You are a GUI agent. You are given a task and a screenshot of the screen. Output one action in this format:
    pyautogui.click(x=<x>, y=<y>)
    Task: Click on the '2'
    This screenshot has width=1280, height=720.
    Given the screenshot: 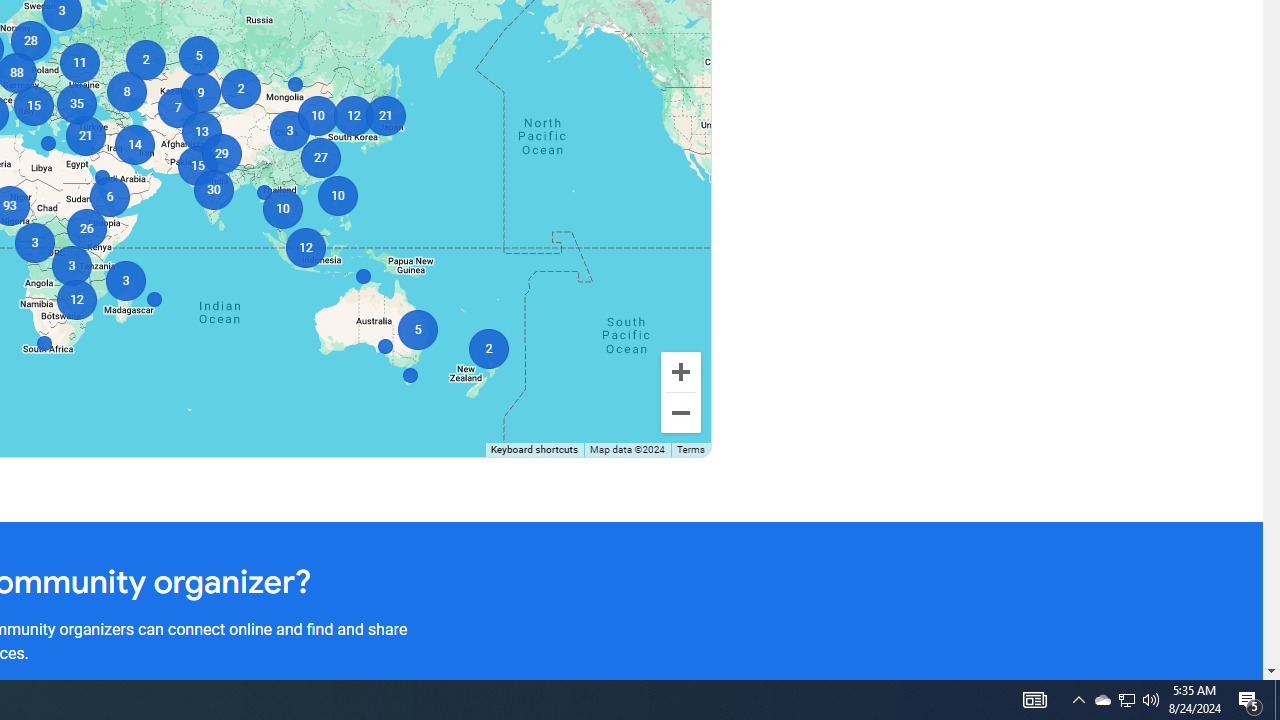 What is the action you would take?
    pyautogui.click(x=488, y=347)
    